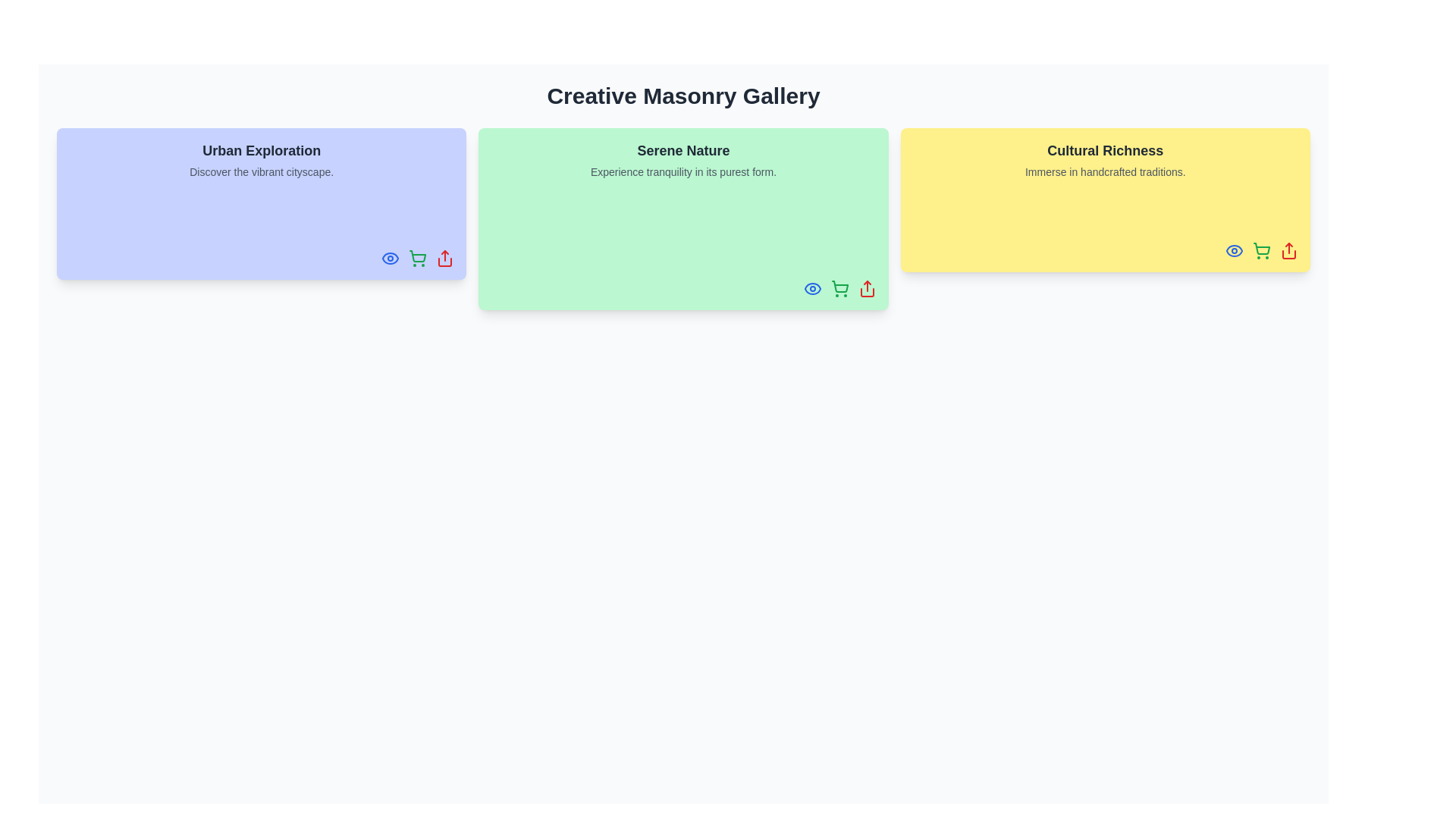 Image resolution: width=1456 pixels, height=819 pixels. What do you see at coordinates (867, 289) in the screenshot?
I see `the share icon button, which is red and resembles an upward arrow, located at the bottom-right corner of the 'Serene Nature' card` at bounding box center [867, 289].